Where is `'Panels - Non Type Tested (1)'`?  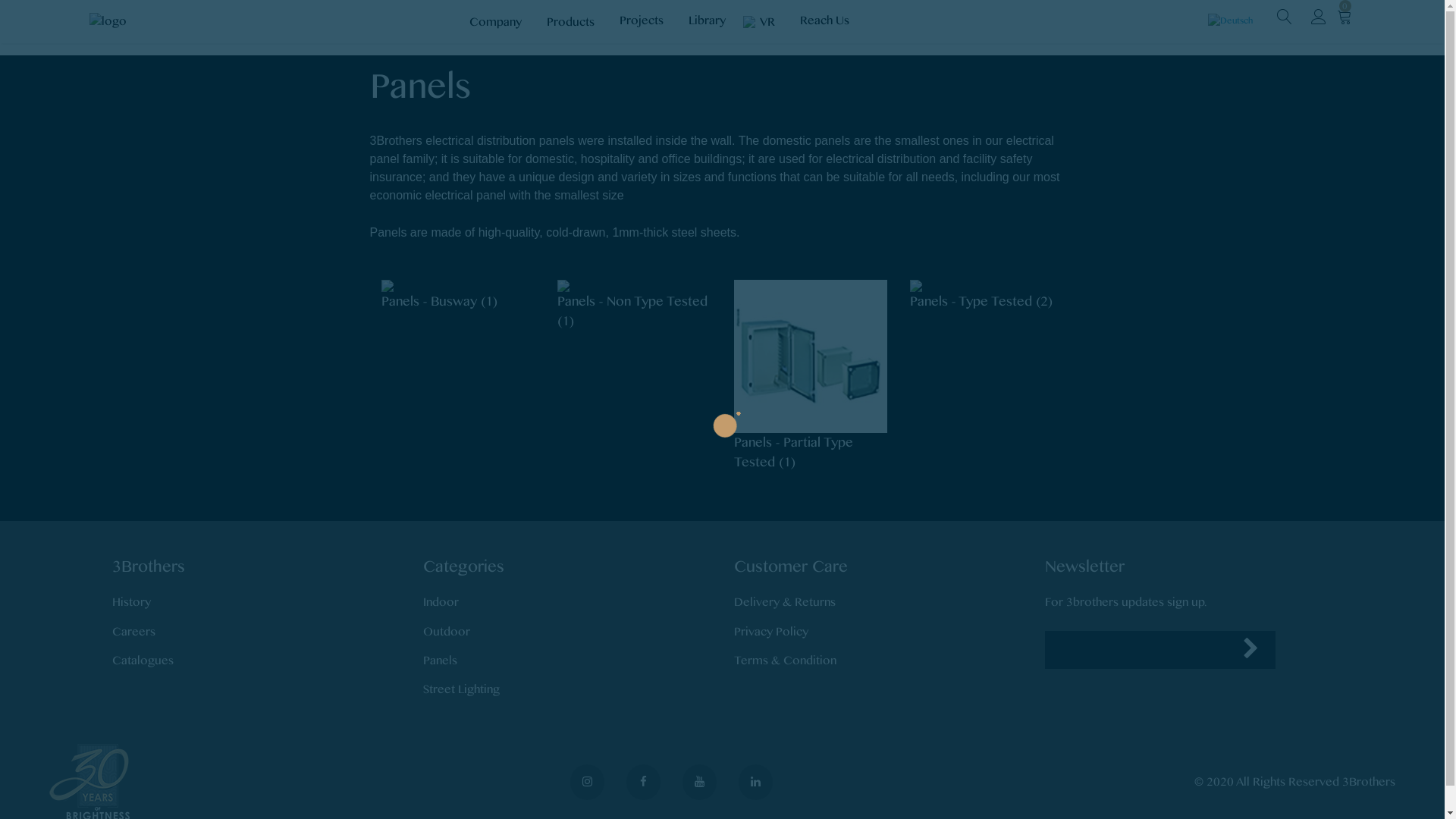
'Panels - Non Type Tested (1)' is located at coordinates (556, 304).